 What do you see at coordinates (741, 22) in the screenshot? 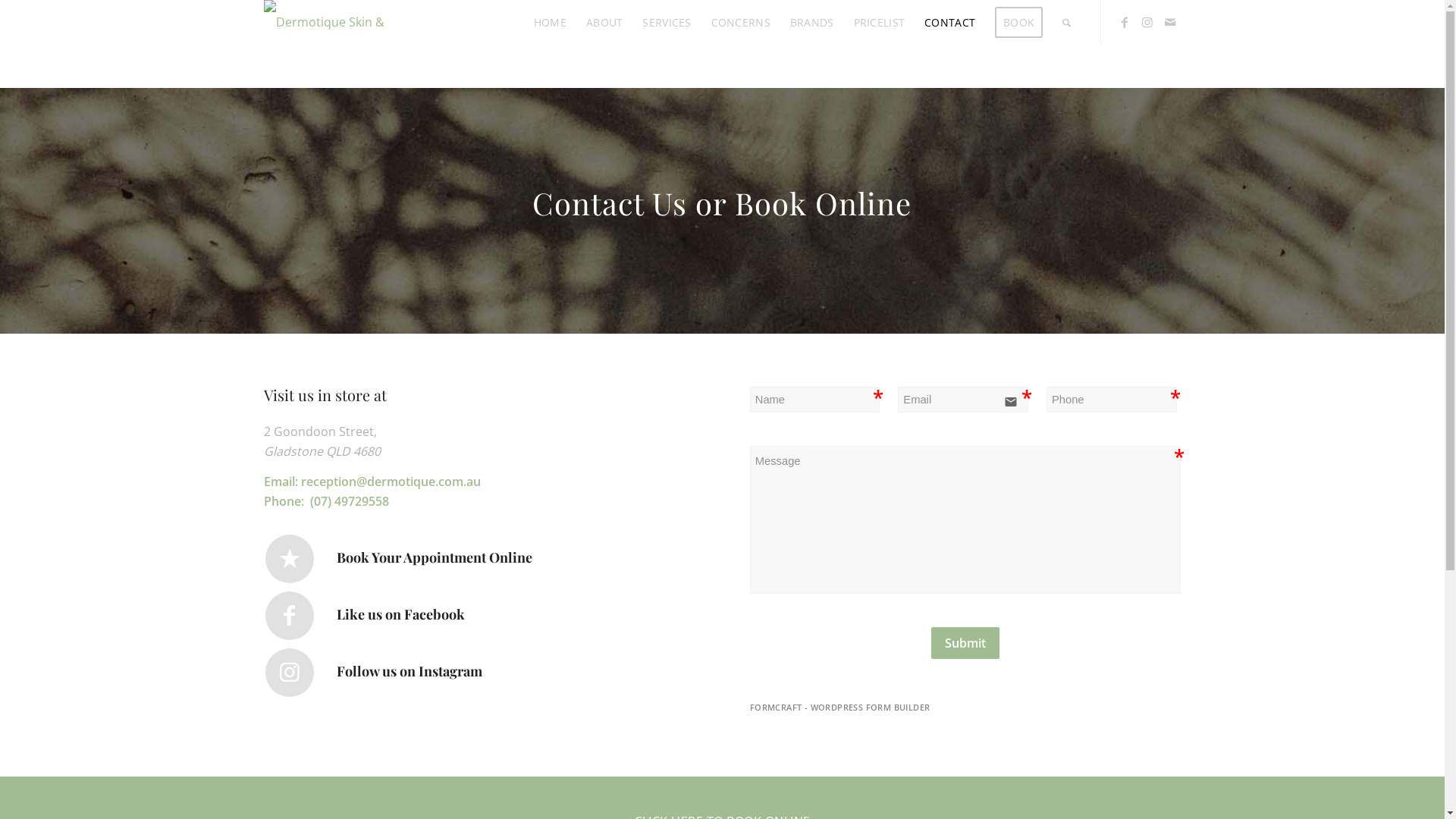
I see `'CONCERNS'` at bounding box center [741, 22].